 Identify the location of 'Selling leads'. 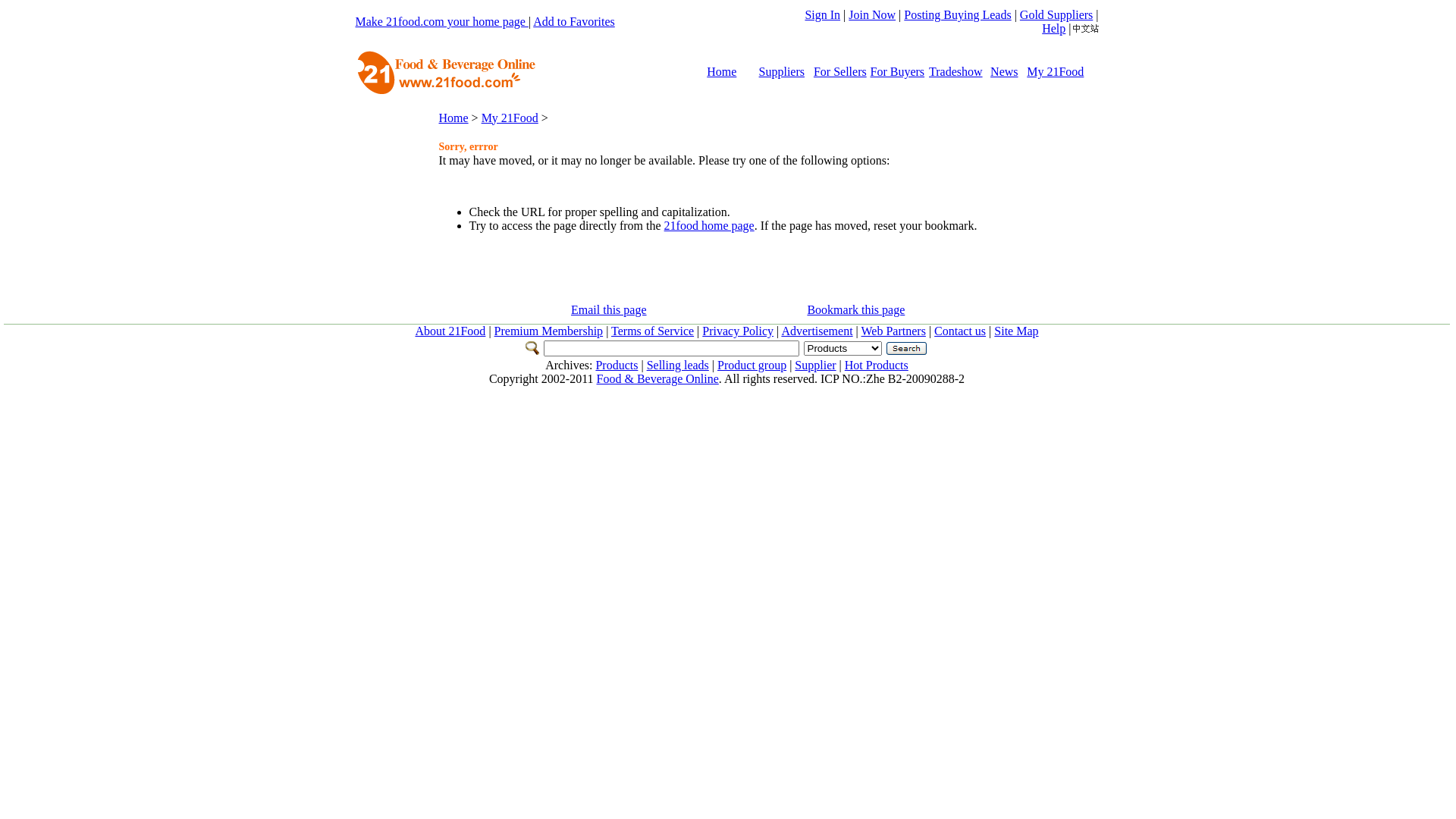
(676, 365).